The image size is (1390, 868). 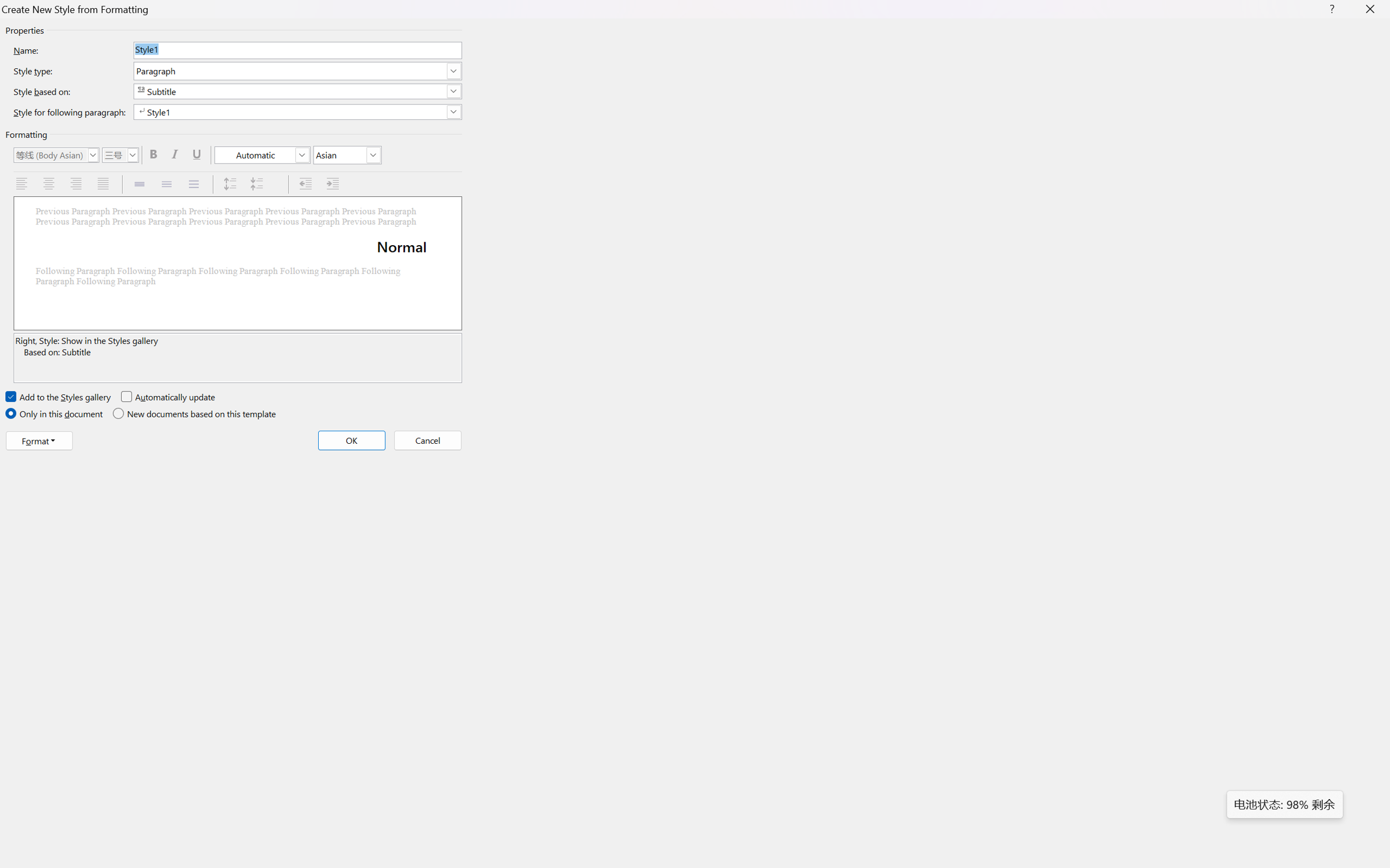 I want to click on 'Decrease Paragraph Spacing', so click(x=258, y=184).